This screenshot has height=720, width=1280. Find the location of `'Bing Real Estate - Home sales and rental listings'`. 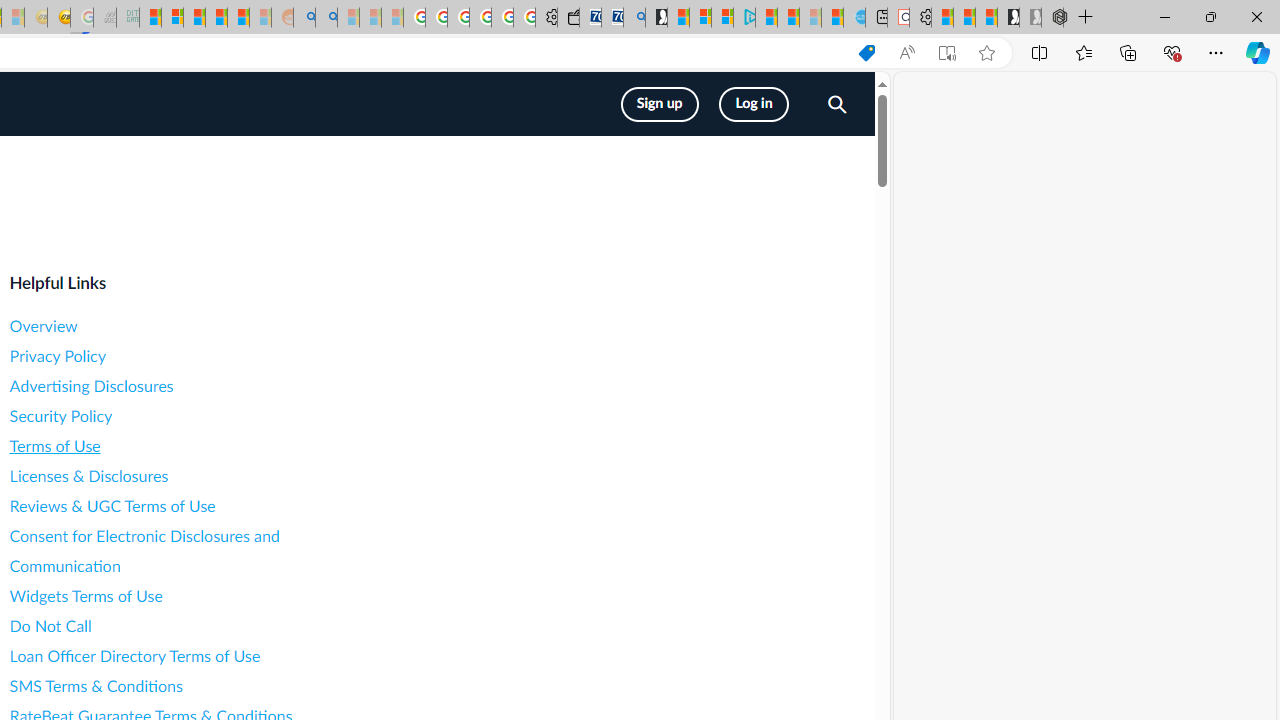

'Bing Real Estate - Home sales and rental listings' is located at coordinates (633, 17).